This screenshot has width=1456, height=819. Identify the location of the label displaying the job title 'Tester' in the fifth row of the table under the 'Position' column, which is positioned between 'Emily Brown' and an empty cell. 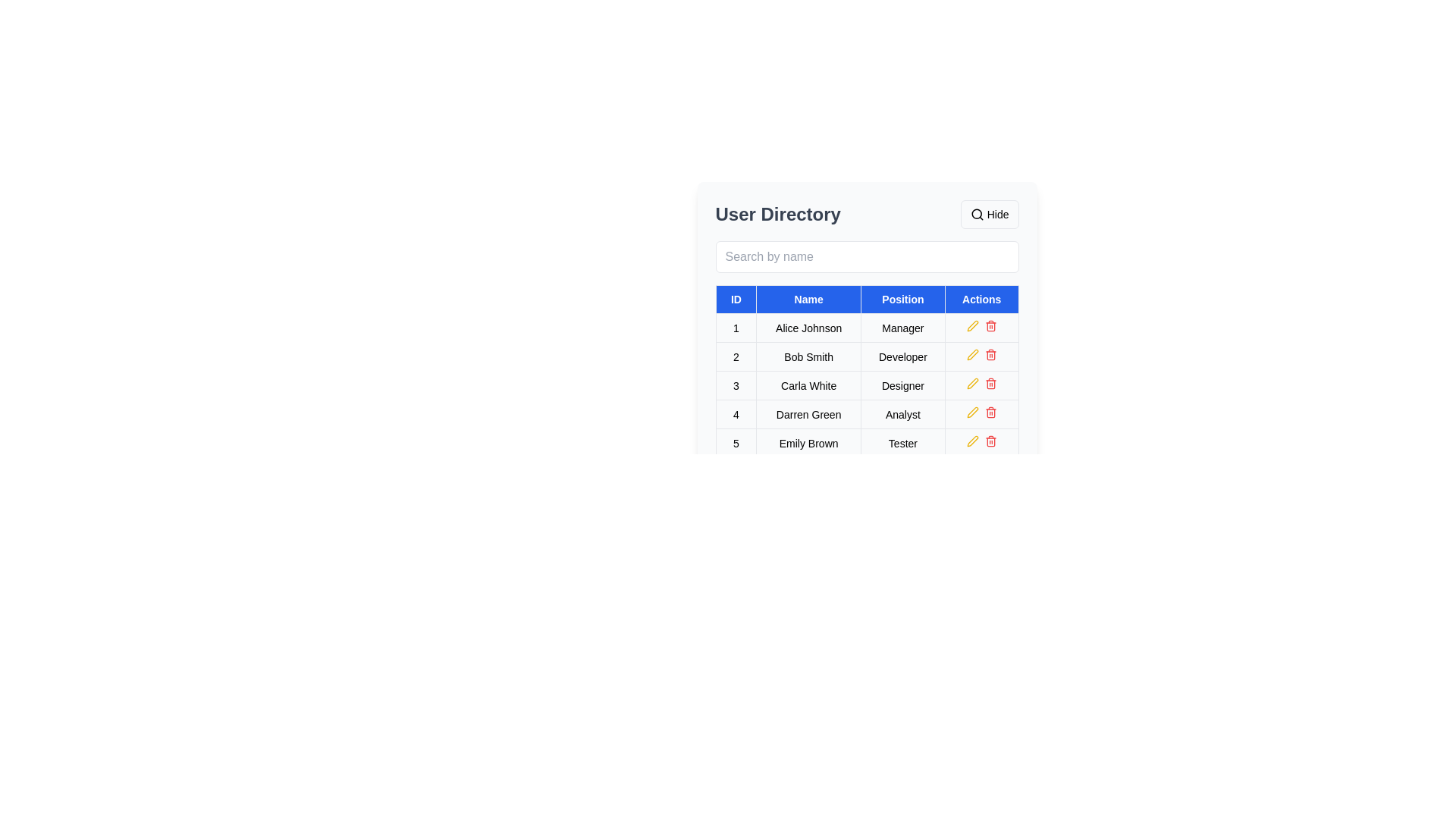
(902, 443).